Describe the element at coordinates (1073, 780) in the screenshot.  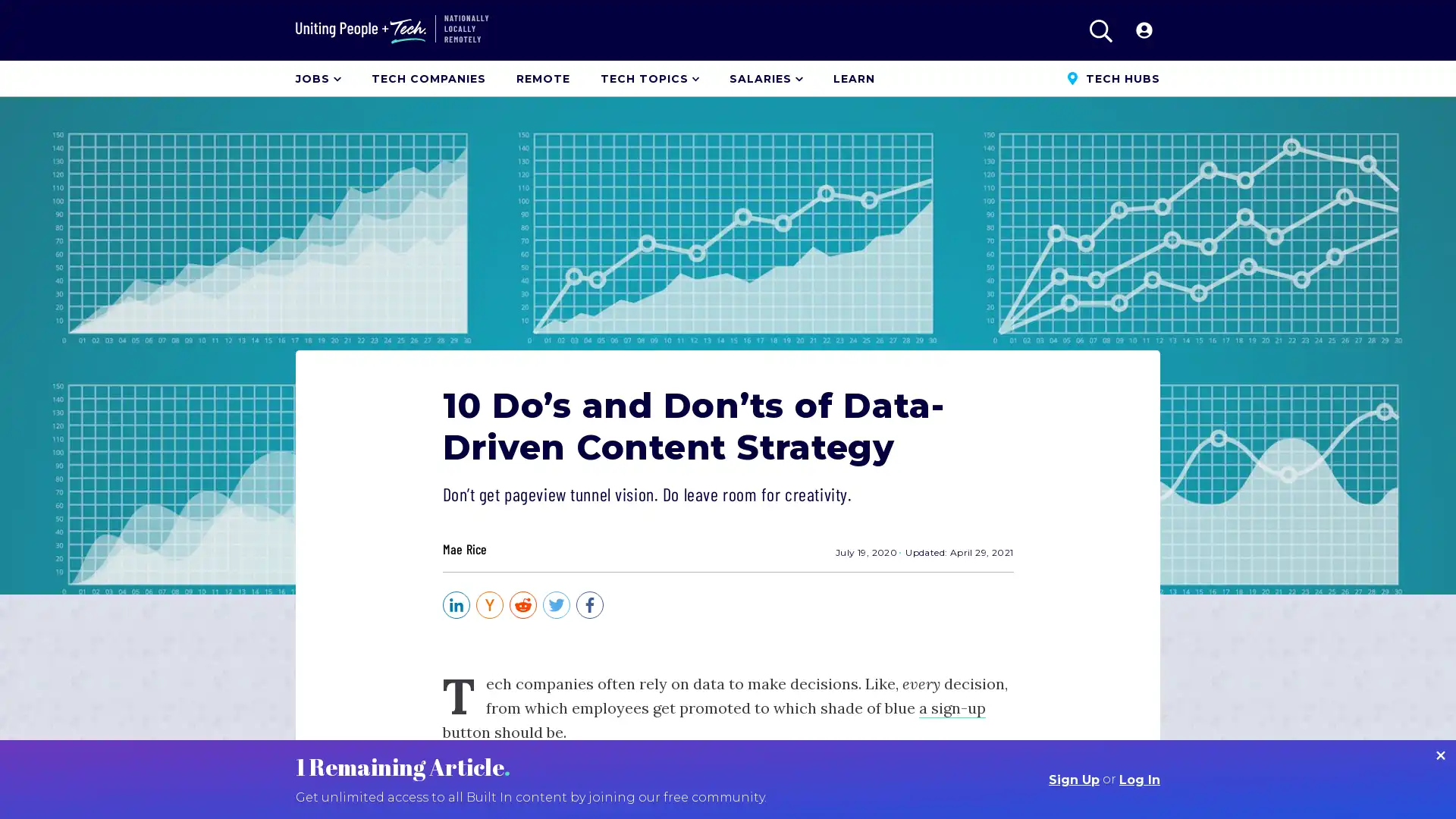
I see `Sign Up` at that location.